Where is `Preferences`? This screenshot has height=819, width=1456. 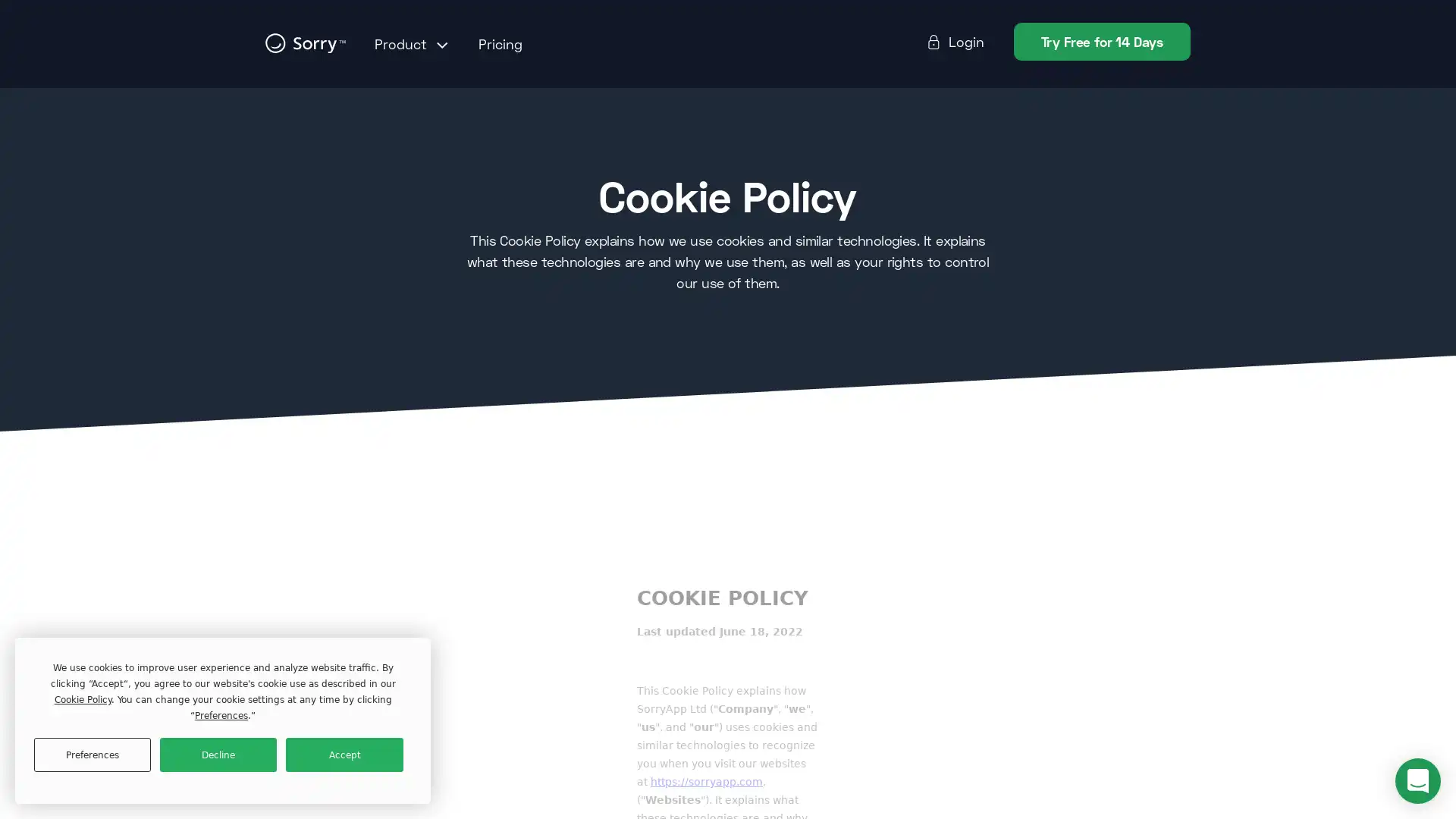
Preferences is located at coordinates (91, 755).